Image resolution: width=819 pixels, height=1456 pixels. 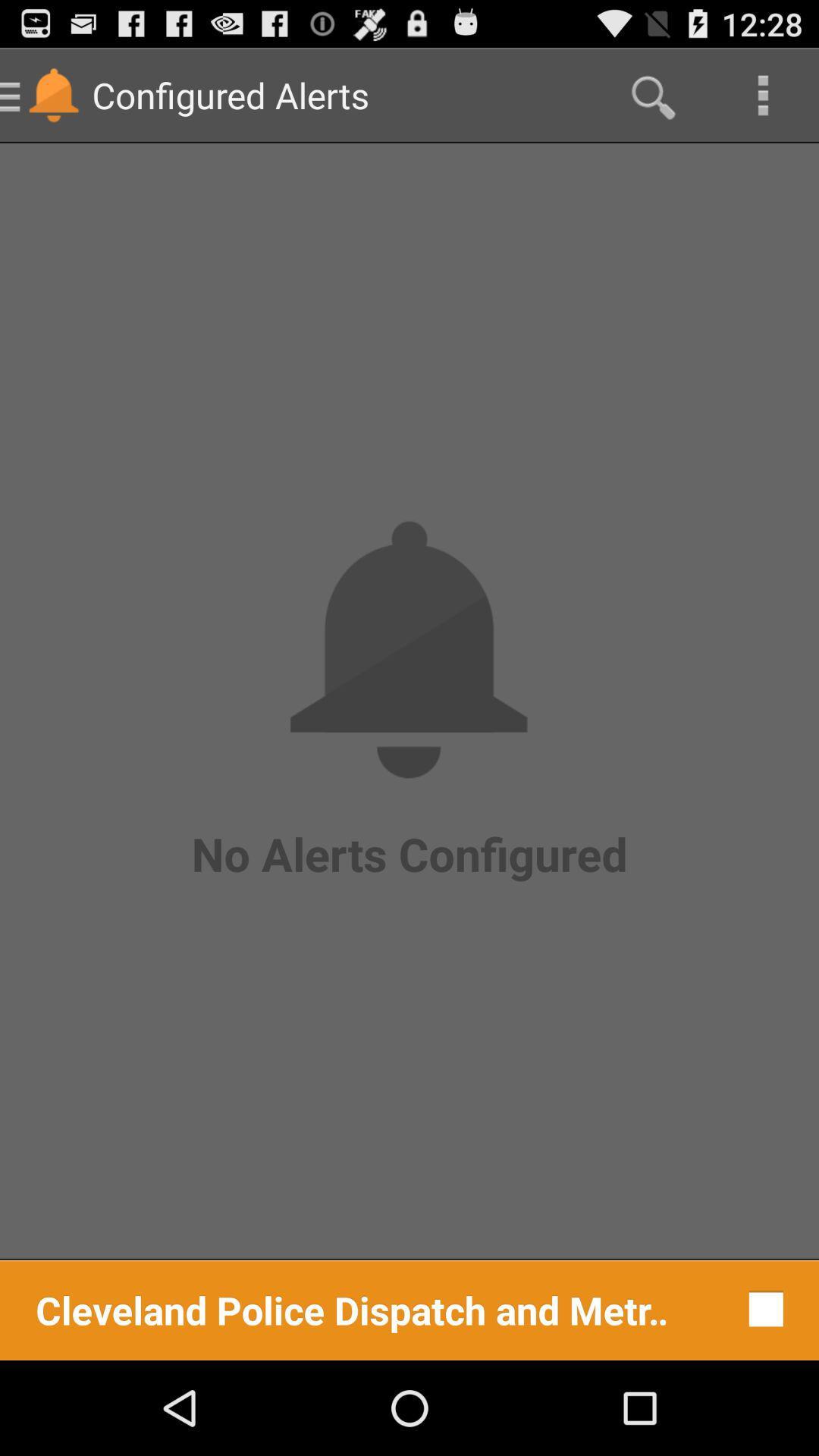 I want to click on the item next to the configured alerts app, so click(x=651, y=94).